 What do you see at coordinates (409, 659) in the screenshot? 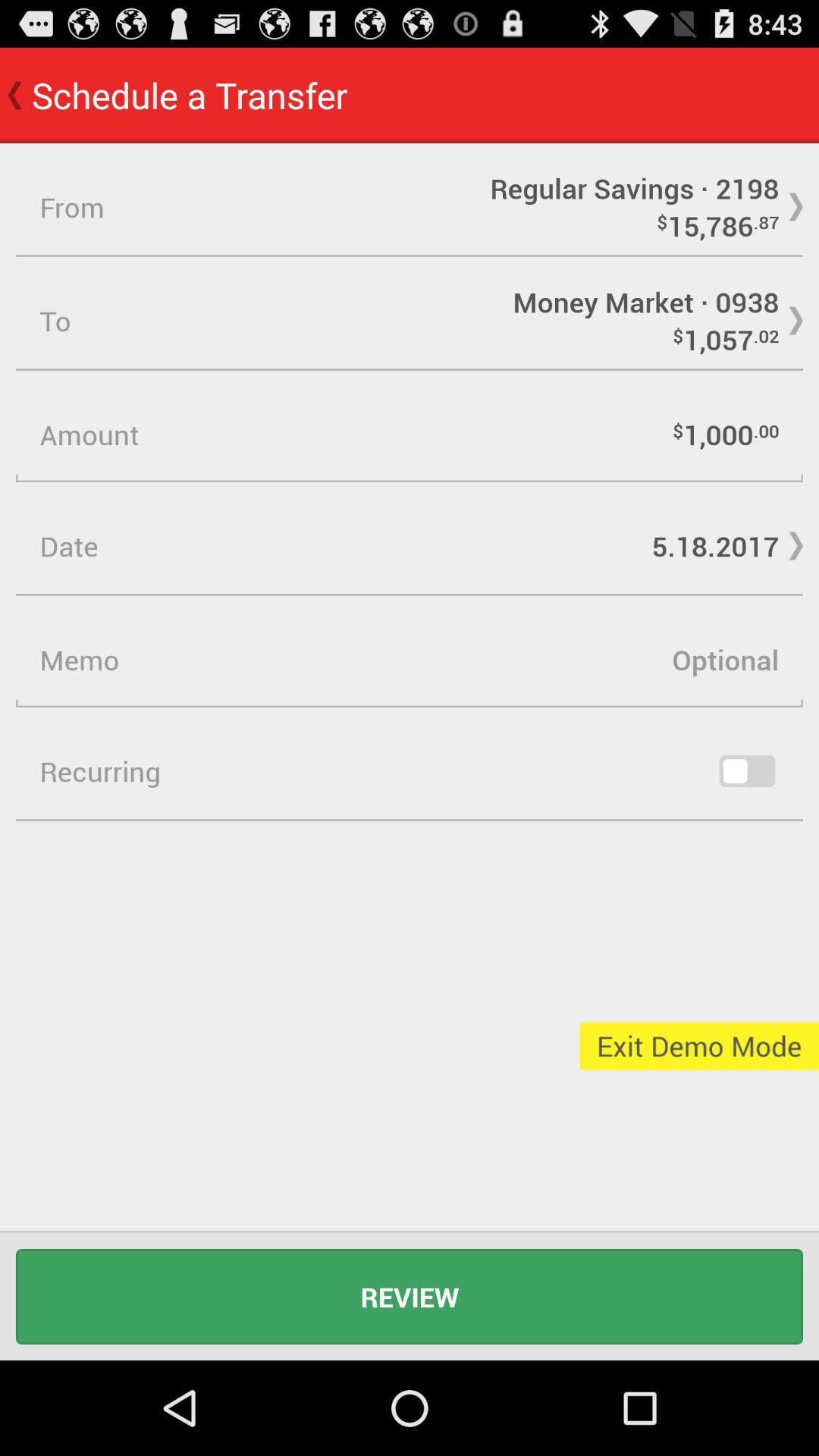
I see `memo option above the recurring` at bounding box center [409, 659].